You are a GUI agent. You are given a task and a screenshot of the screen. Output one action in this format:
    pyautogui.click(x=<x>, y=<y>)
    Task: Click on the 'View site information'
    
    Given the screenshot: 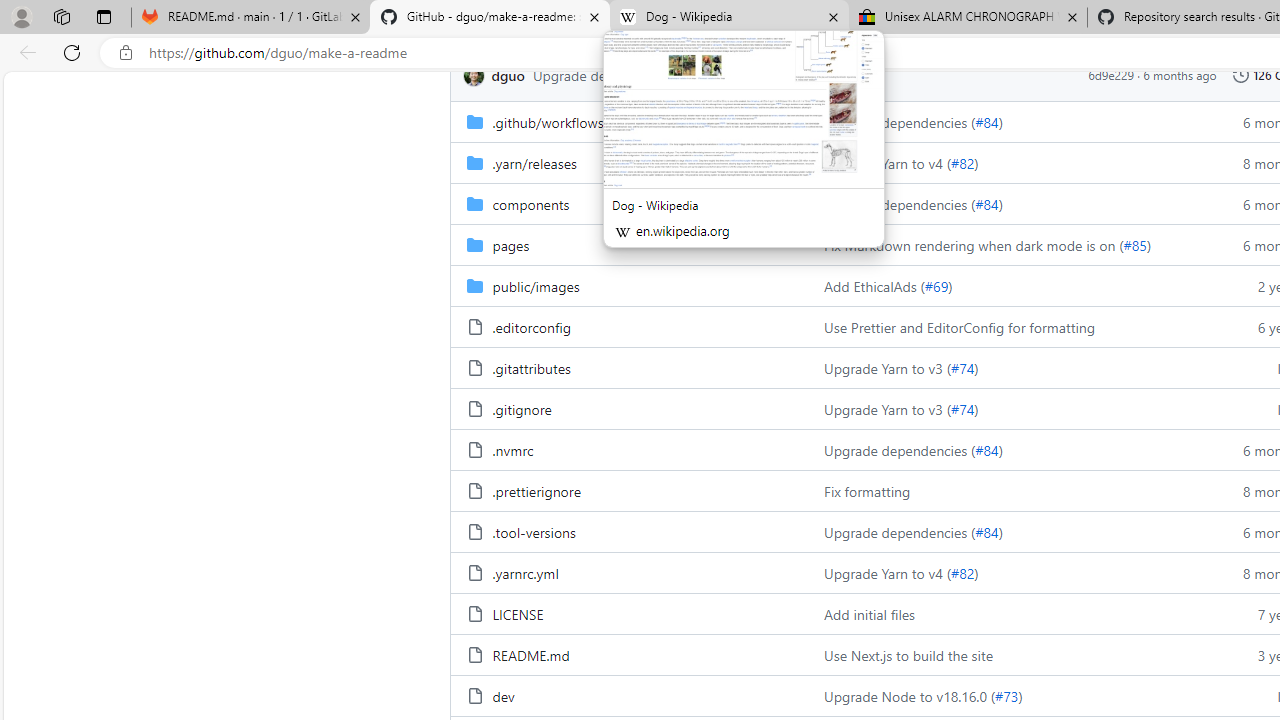 What is the action you would take?
    pyautogui.click(x=125, y=52)
    